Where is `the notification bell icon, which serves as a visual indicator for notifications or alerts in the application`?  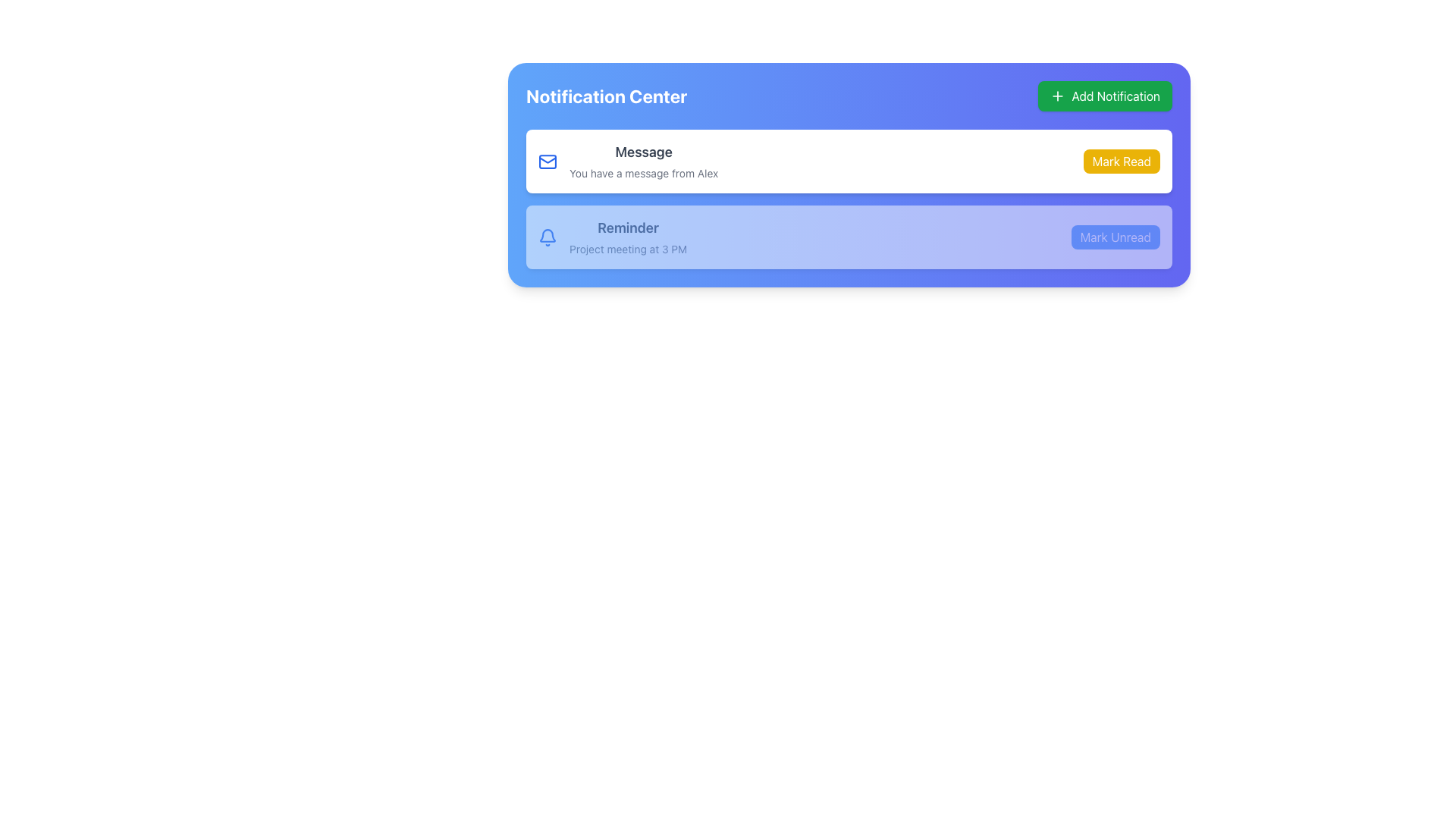 the notification bell icon, which serves as a visual indicator for notifications or alerts in the application is located at coordinates (547, 235).